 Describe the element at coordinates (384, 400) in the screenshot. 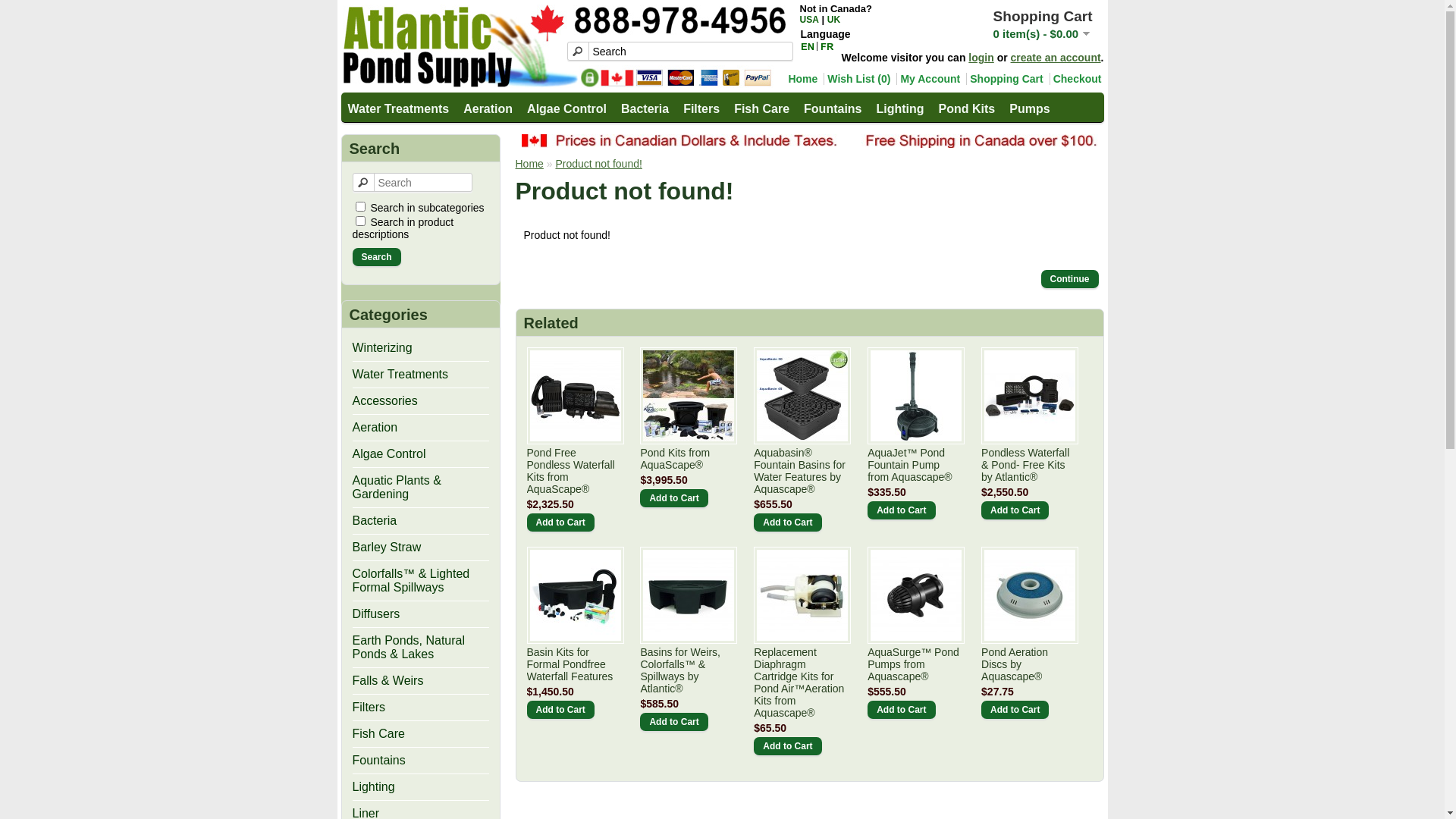

I see `'Accessories'` at that location.